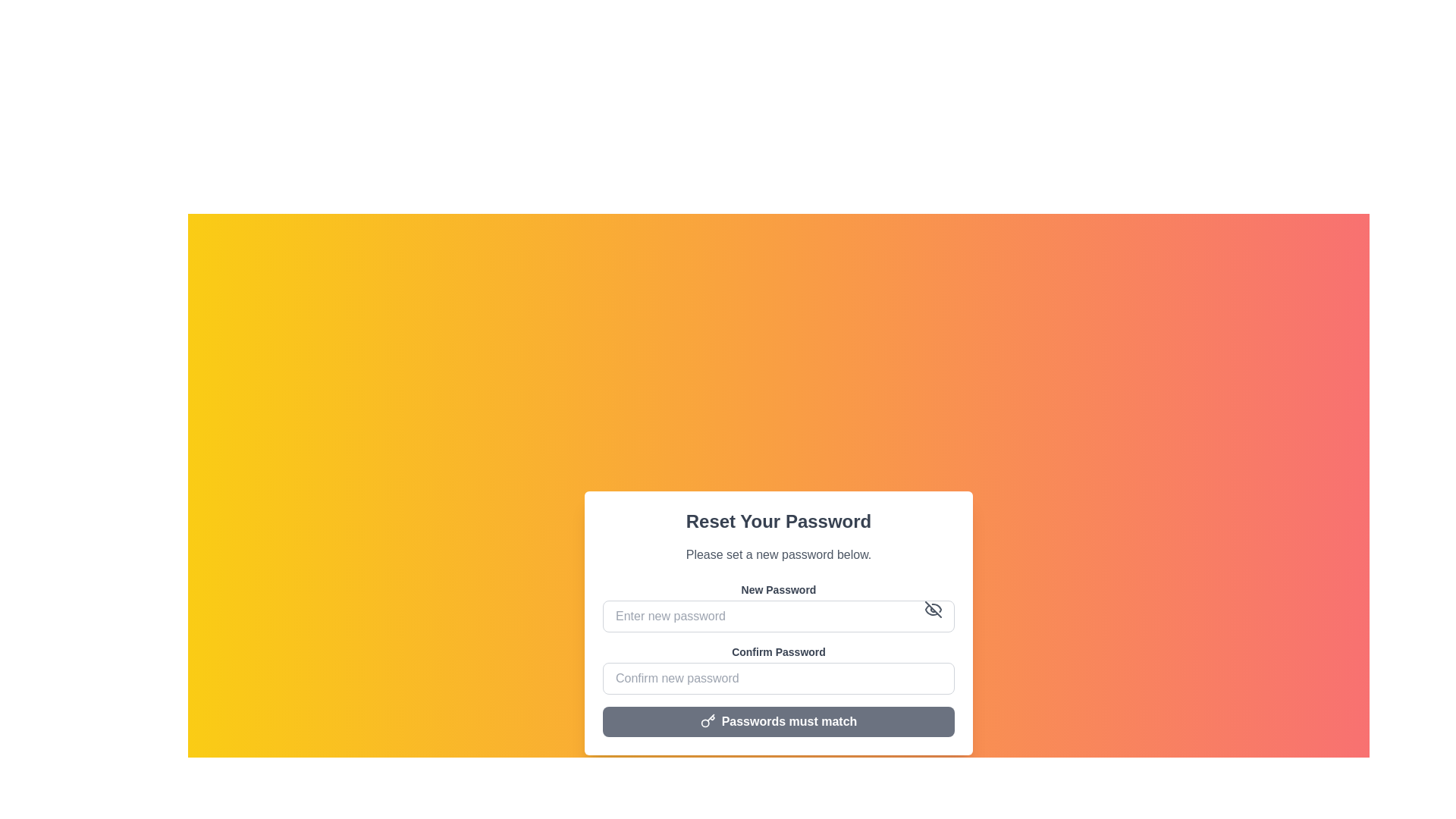  What do you see at coordinates (704, 723) in the screenshot?
I see `the small circular segment on the left side of the key icon in the password-reset interface` at bounding box center [704, 723].